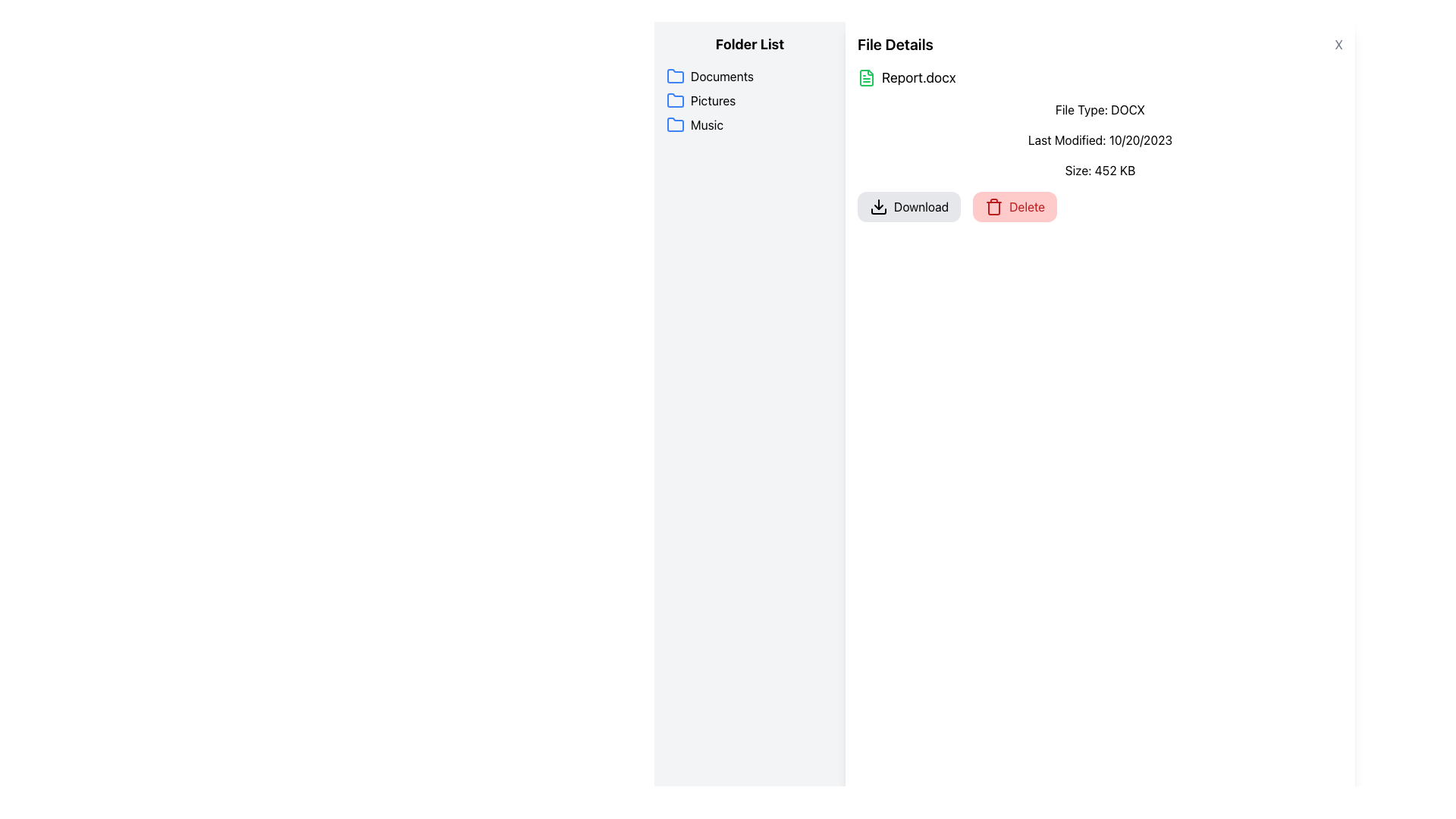 This screenshot has width=1456, height=819. Describe the element at coordinates (675, 100) in the screenshot. I see `to select the folder icon located in the left panel's 'Folder List' section, adjacent to the 'Pictures' label` at that location.